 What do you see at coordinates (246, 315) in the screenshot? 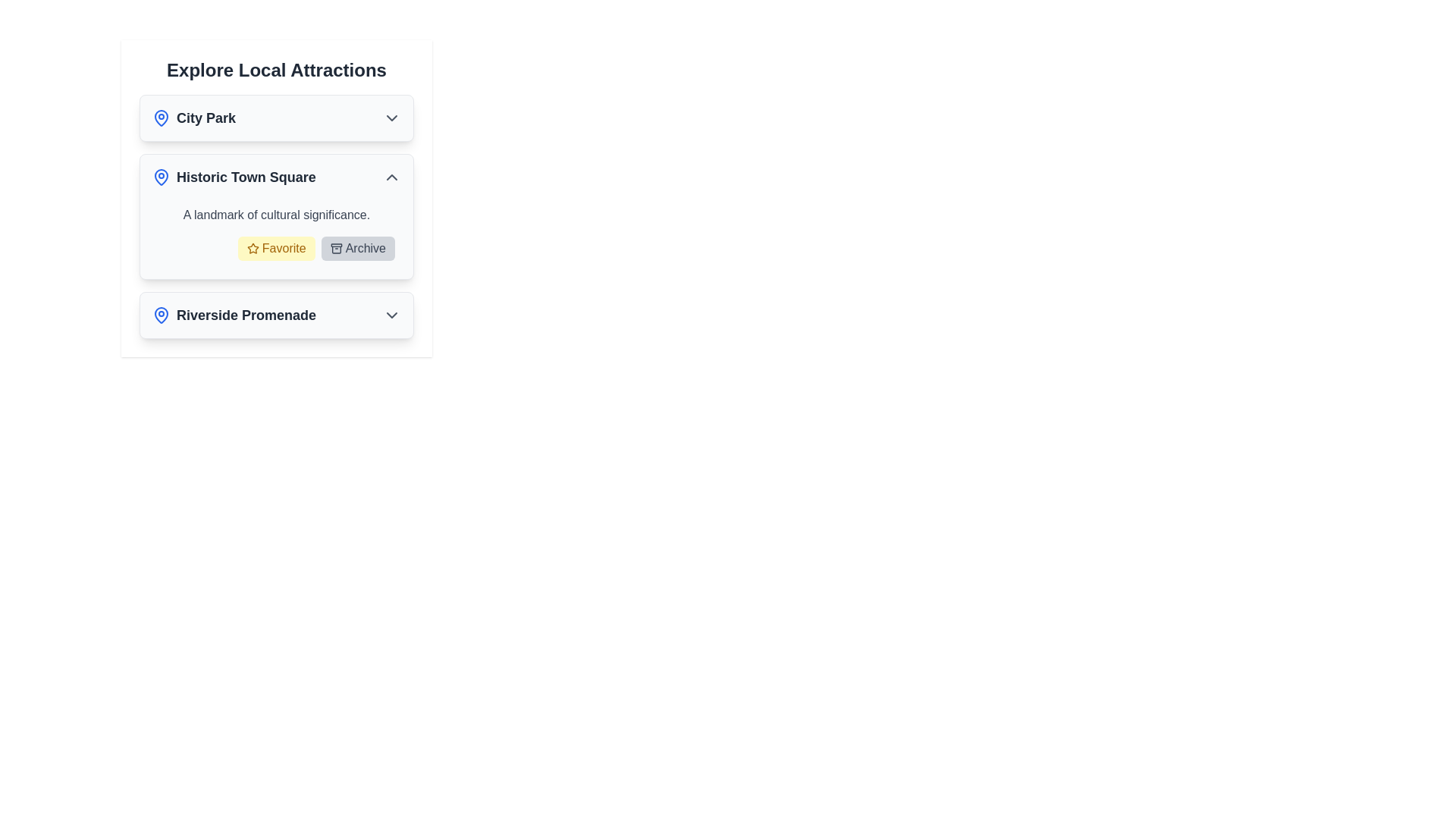
I see `text content of the bold, medium-sized label displaying 'Riverside Promenade' in dark gray, located under the 'Explore Local Attractions' section` at bounding box center [246, 315].